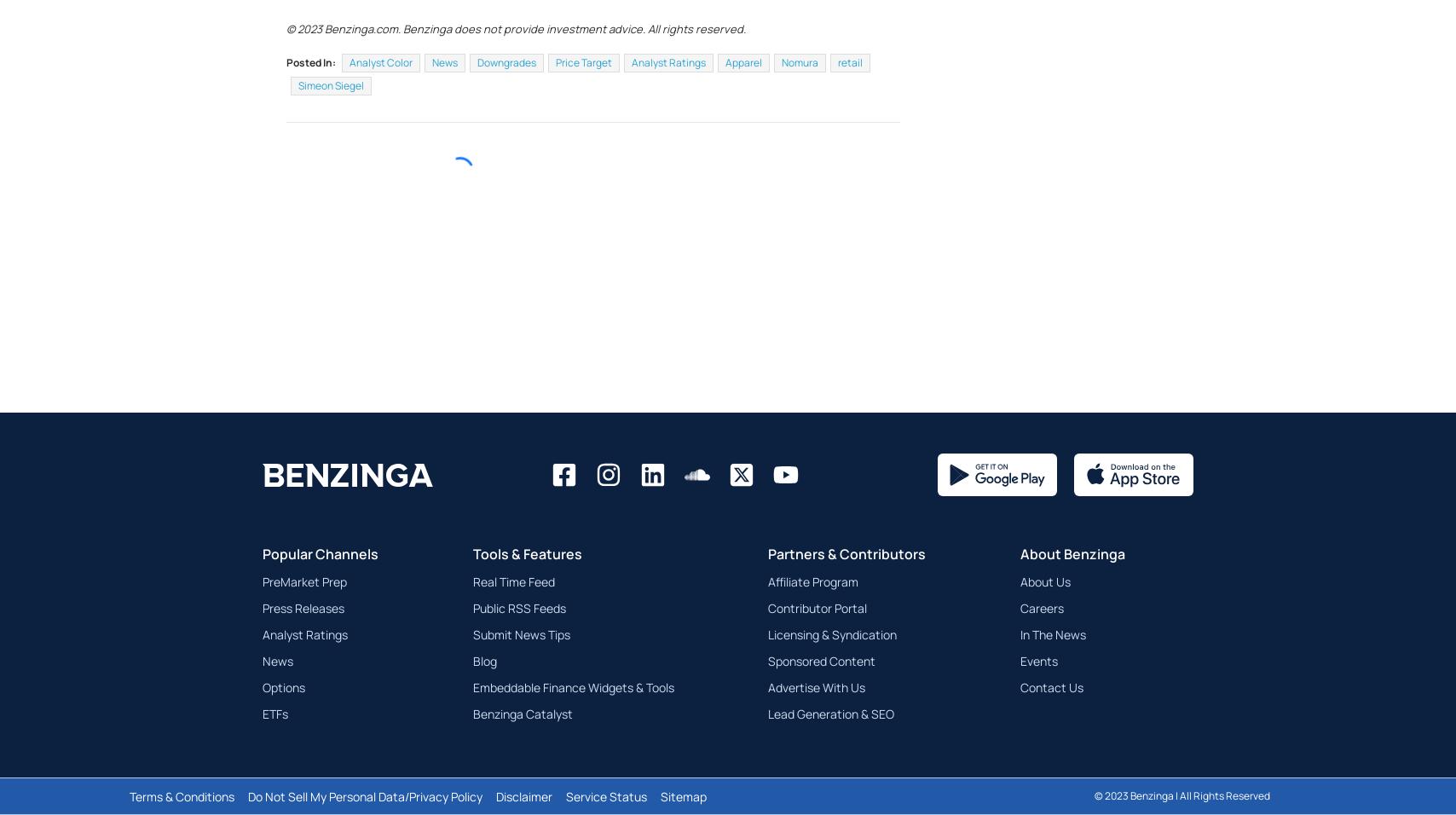  I want to click on 'Downgrades', so click(506, 103).